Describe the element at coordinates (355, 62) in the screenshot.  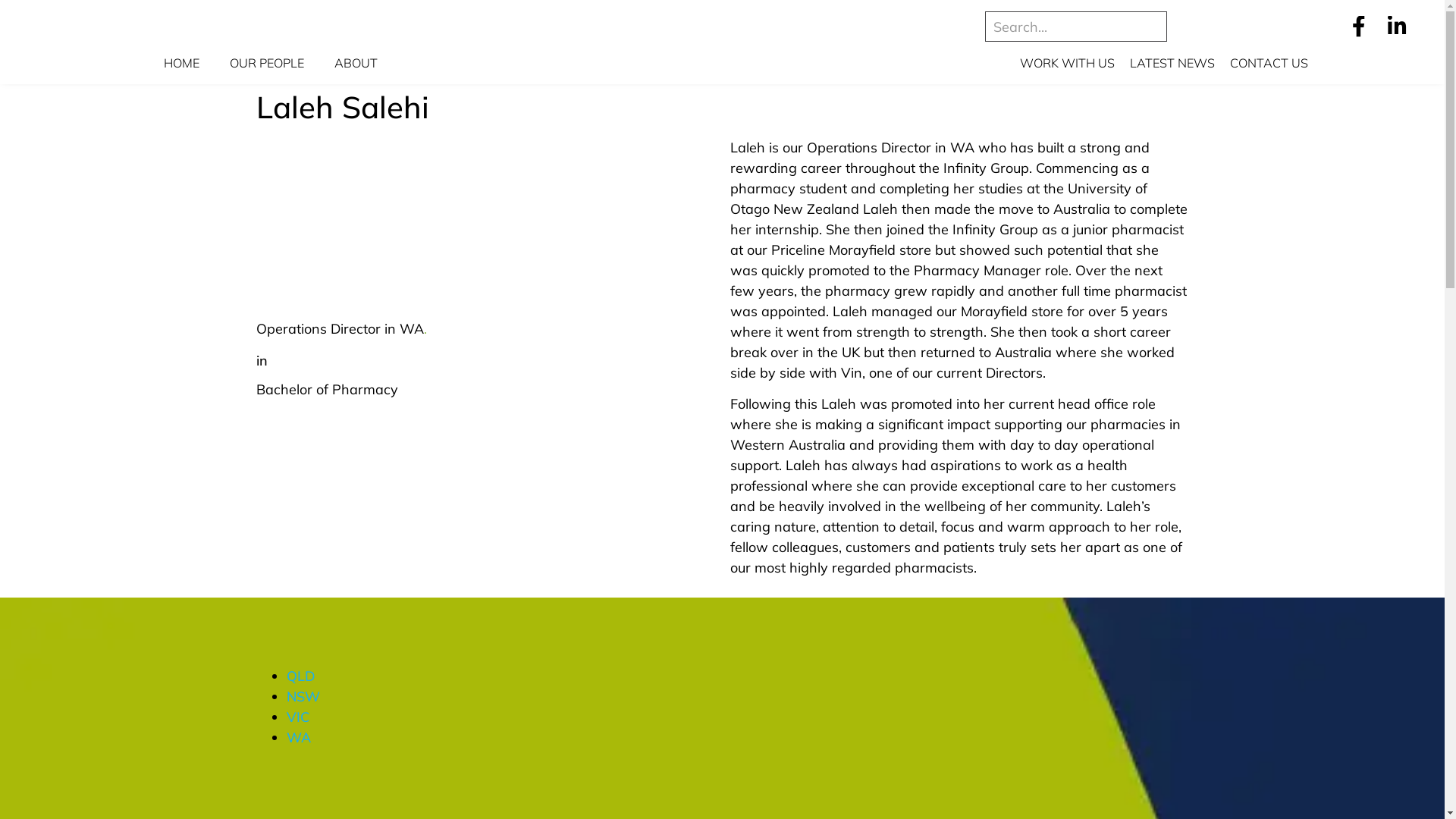
I see `'ABOUT'` at that location.